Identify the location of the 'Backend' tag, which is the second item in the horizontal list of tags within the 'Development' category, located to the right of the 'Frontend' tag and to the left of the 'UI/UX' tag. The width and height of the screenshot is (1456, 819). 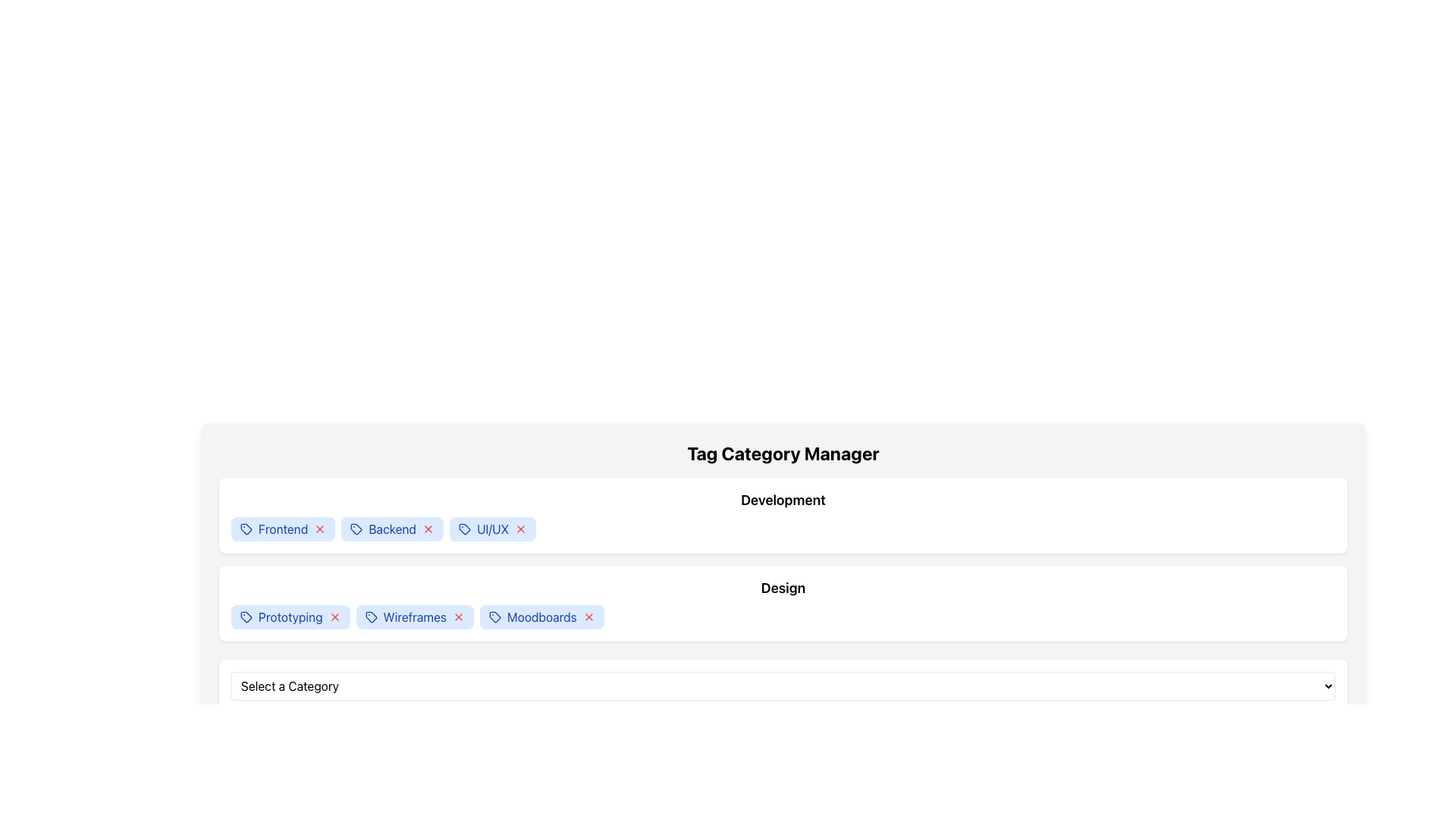
(392, 529).